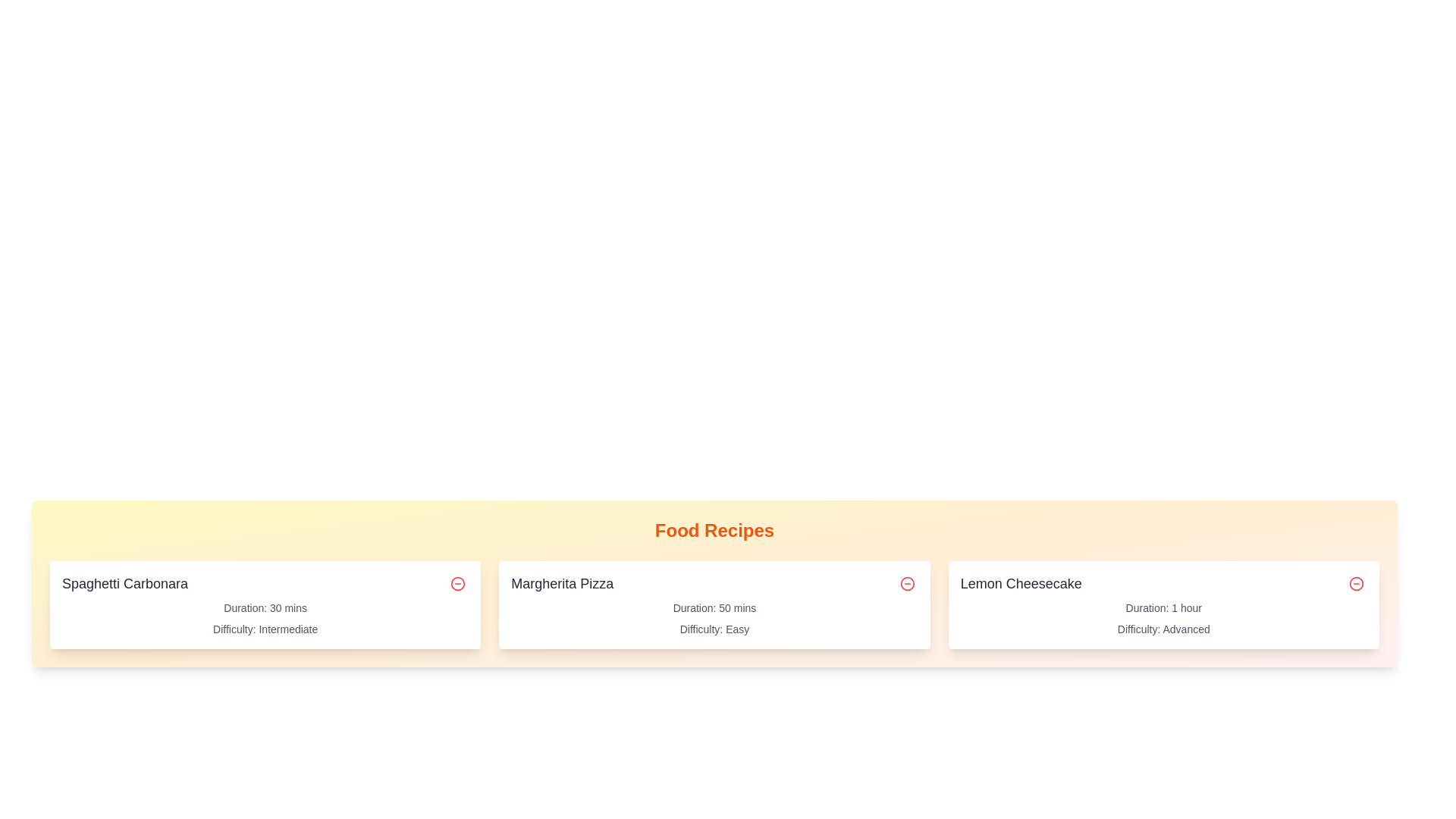 This screenshot has height=819, width=1456. I want to click on the minus icon located at the top-right corner of the 'Lemon Cheesecake' card, so click(1357, 583).